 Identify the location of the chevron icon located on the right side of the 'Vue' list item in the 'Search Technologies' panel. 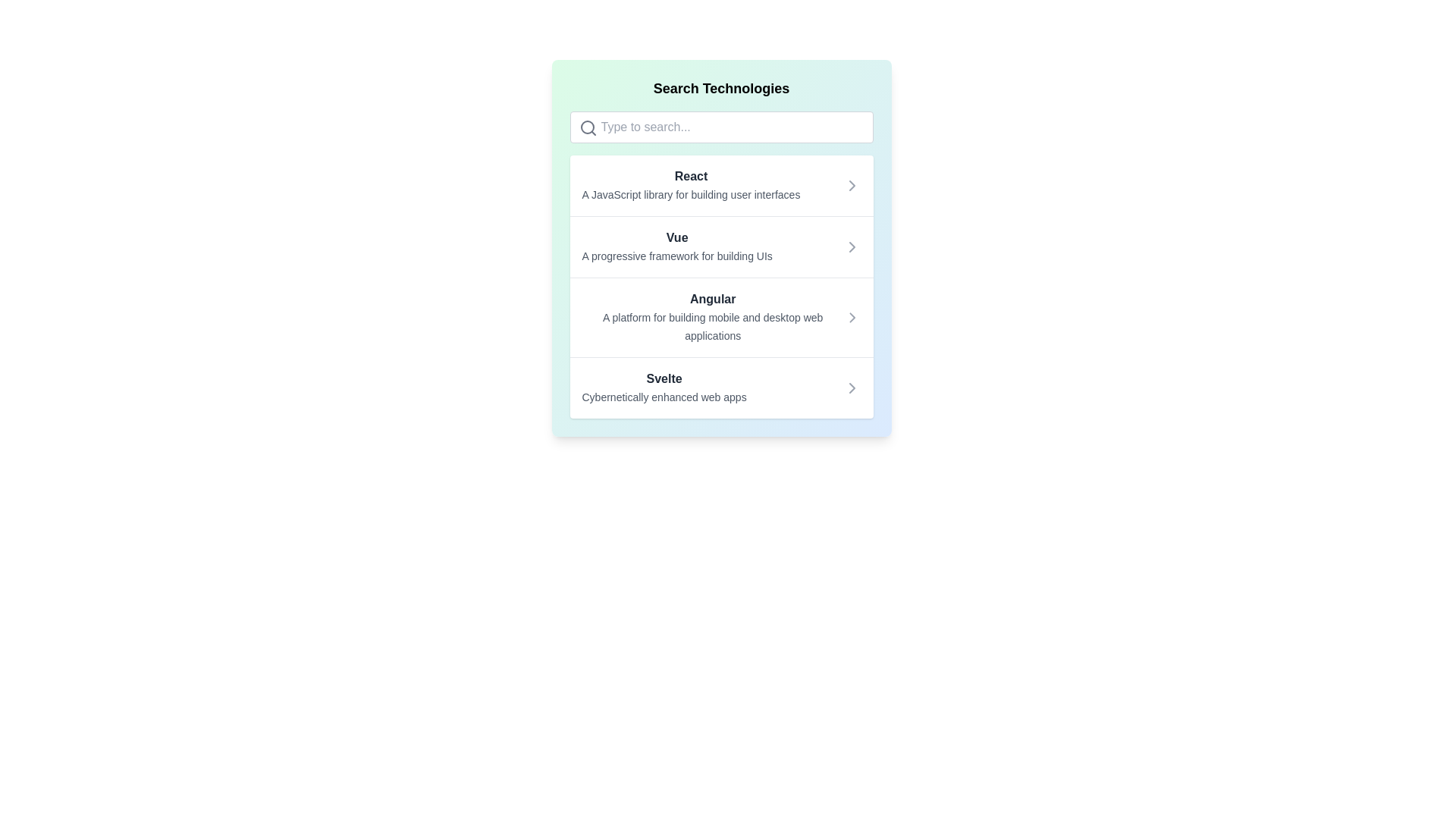
(852, 246).